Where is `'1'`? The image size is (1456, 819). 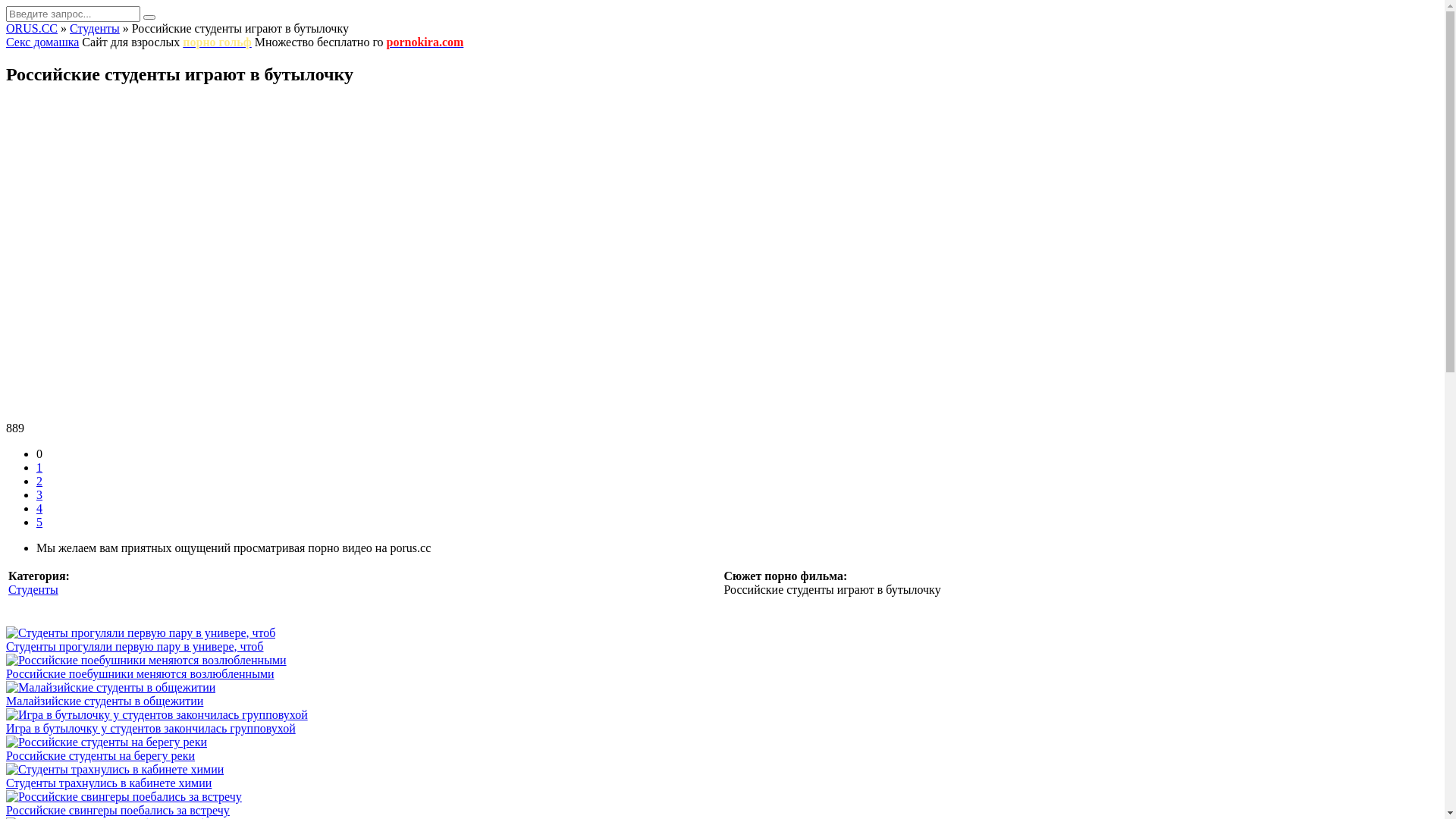
'1' is located at coordinates (39, 466).